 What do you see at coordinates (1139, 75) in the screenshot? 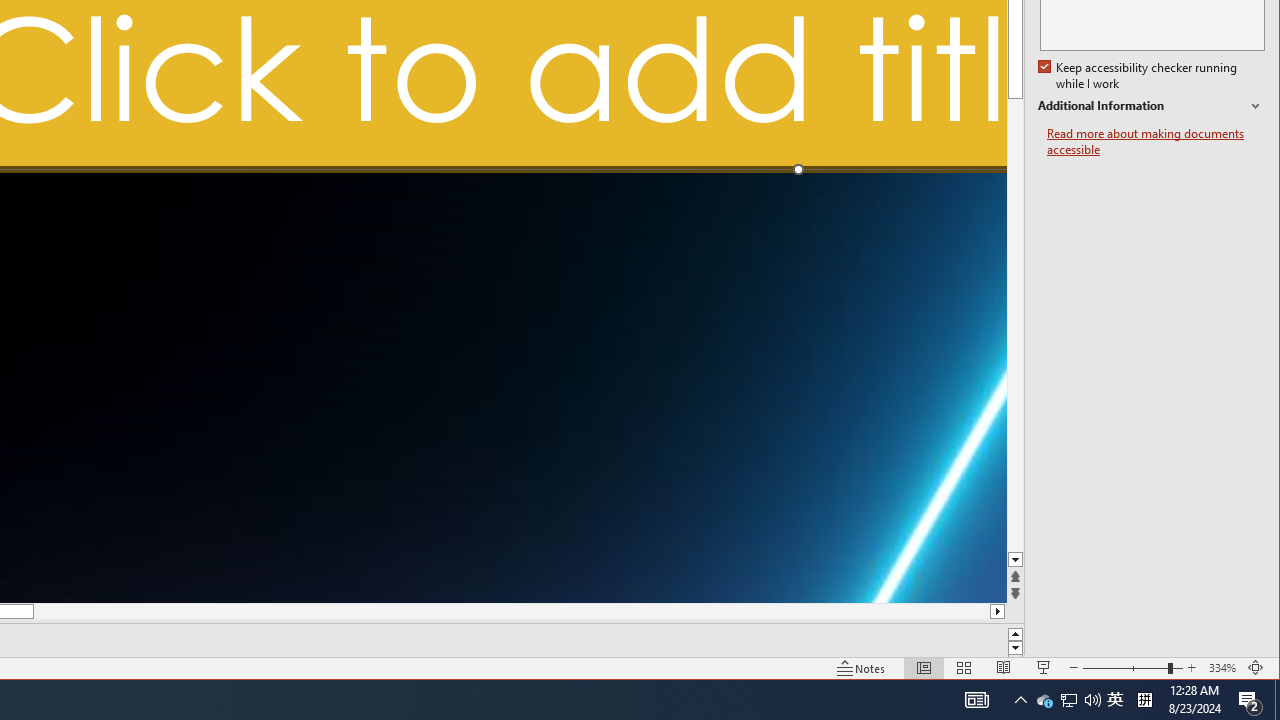
I see `'Additional Information'` at bounding box center [1139, 75].